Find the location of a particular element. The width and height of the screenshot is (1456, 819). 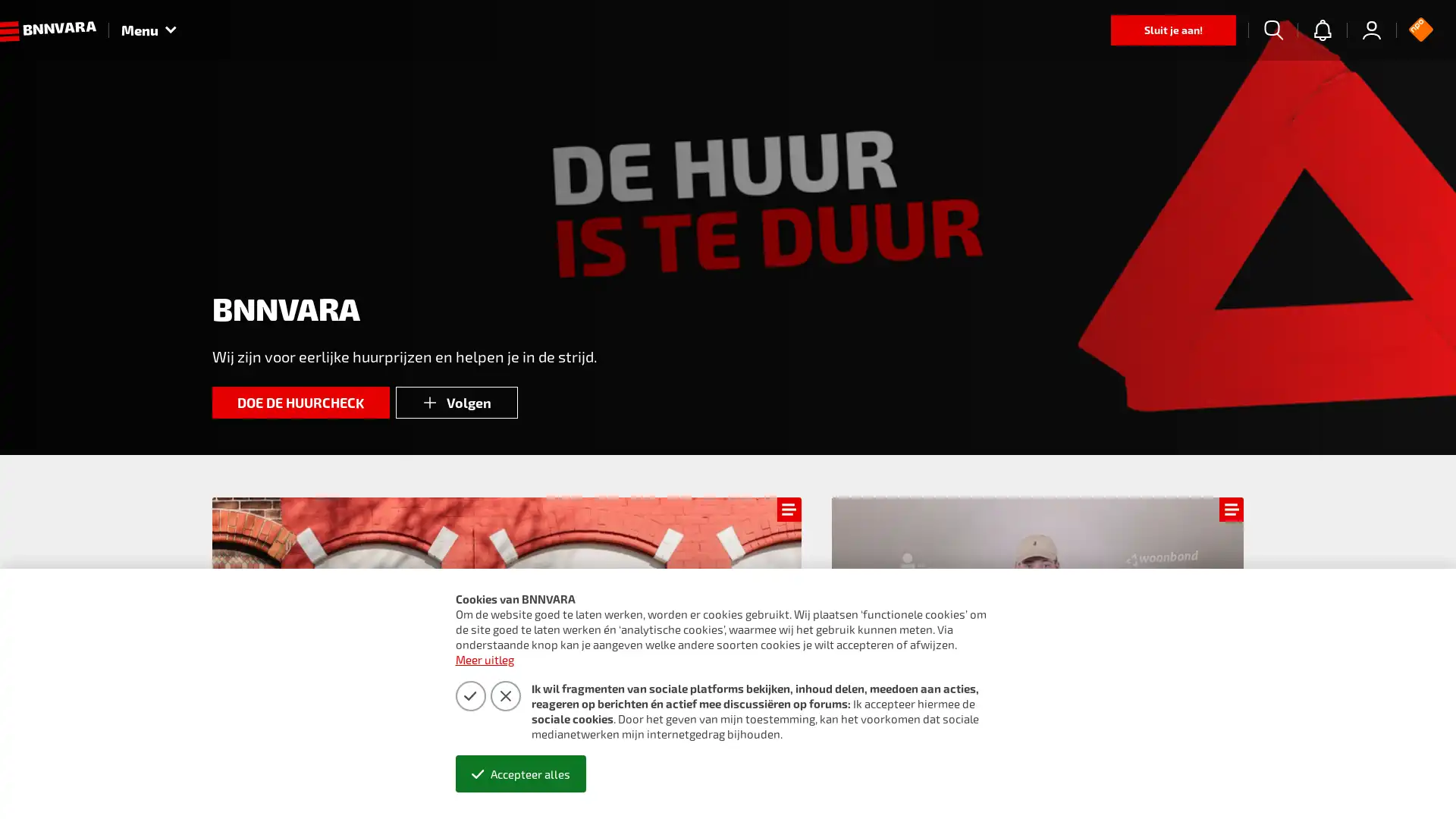

Dismiss Message is located at coordinates (1376, 761).